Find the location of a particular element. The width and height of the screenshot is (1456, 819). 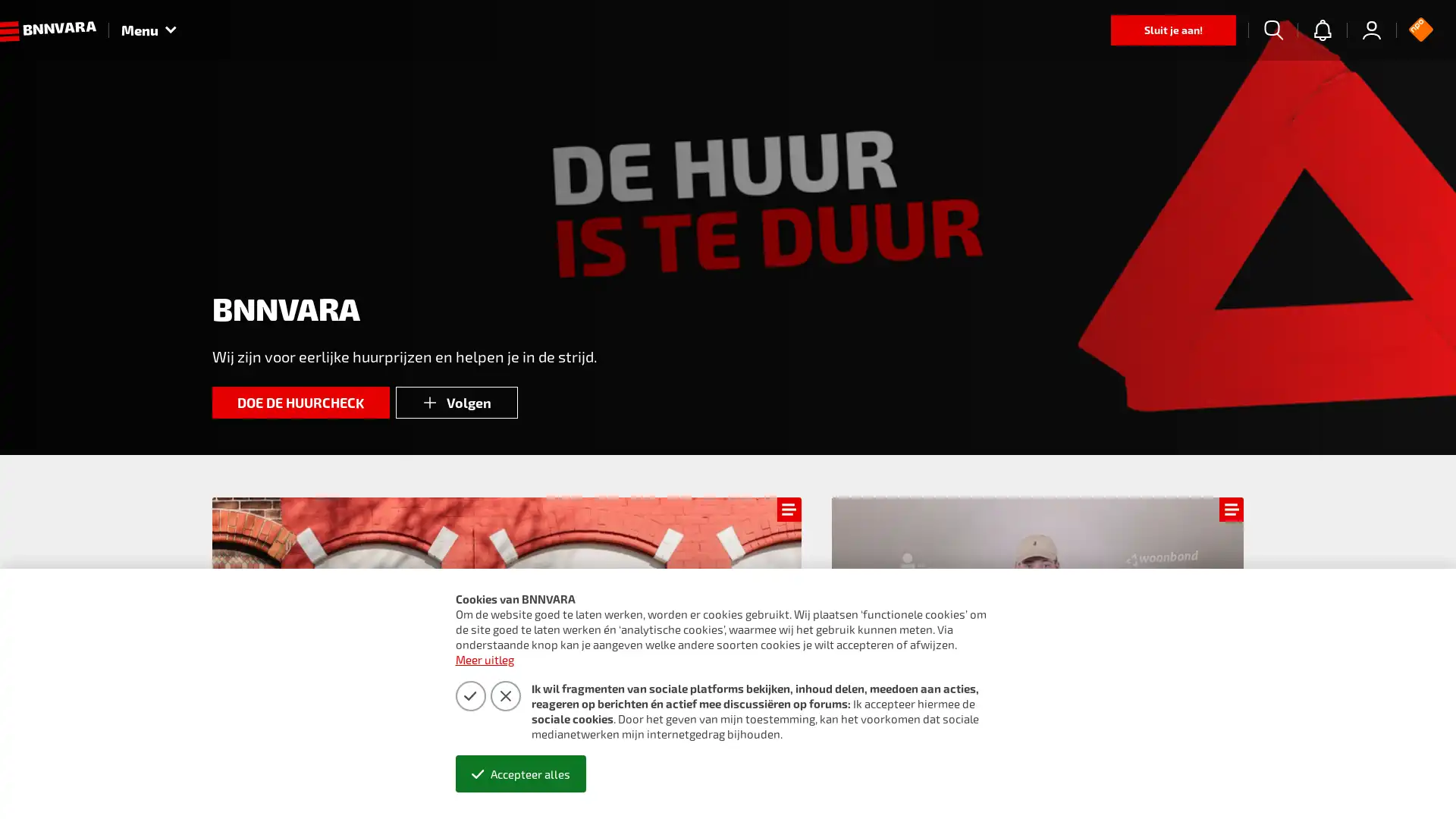

Dismiss Message is located at coordinates (1376, 761).